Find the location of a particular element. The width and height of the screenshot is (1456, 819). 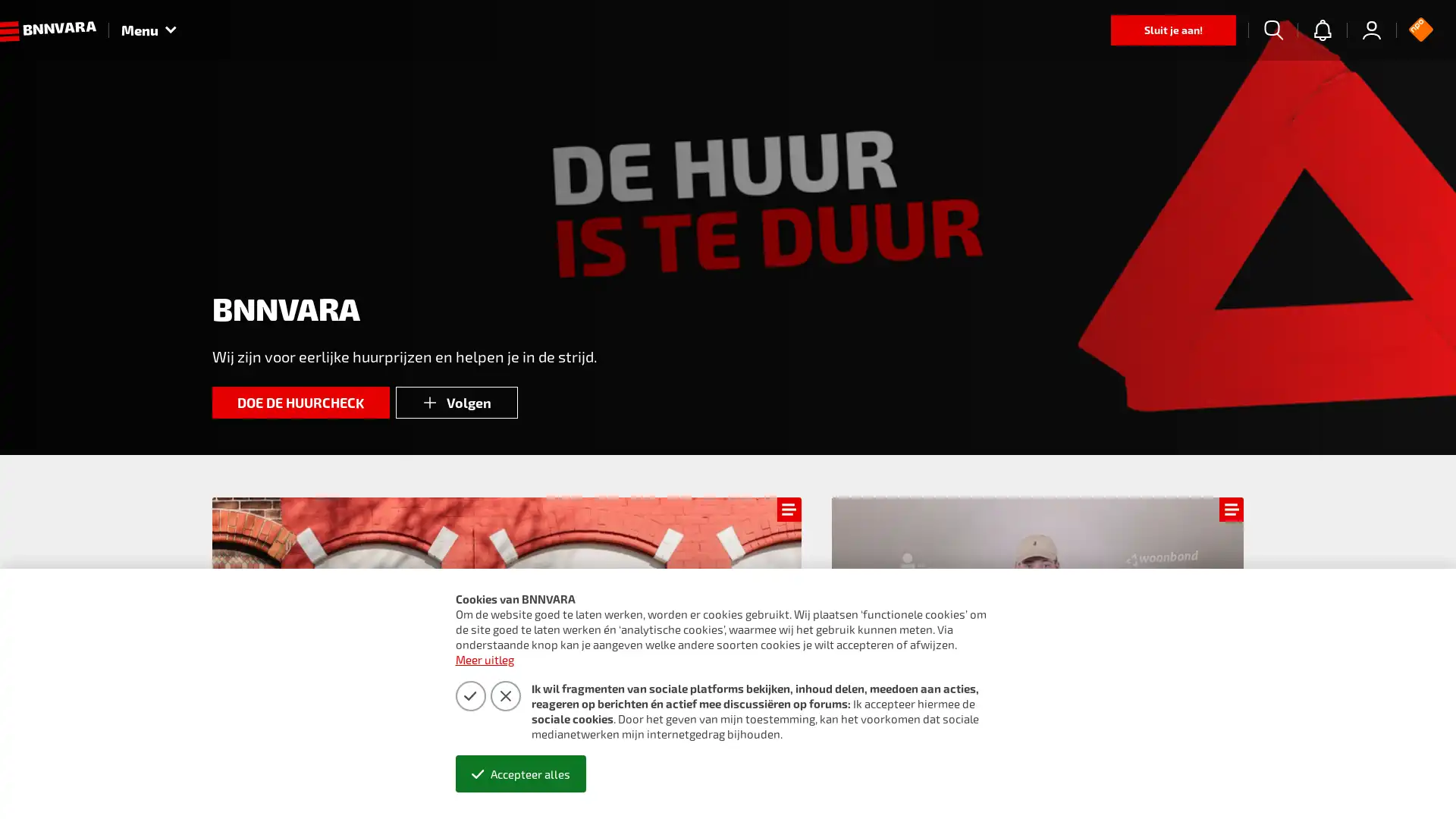

Dismiss Message is located at coordinates (1376, 761).